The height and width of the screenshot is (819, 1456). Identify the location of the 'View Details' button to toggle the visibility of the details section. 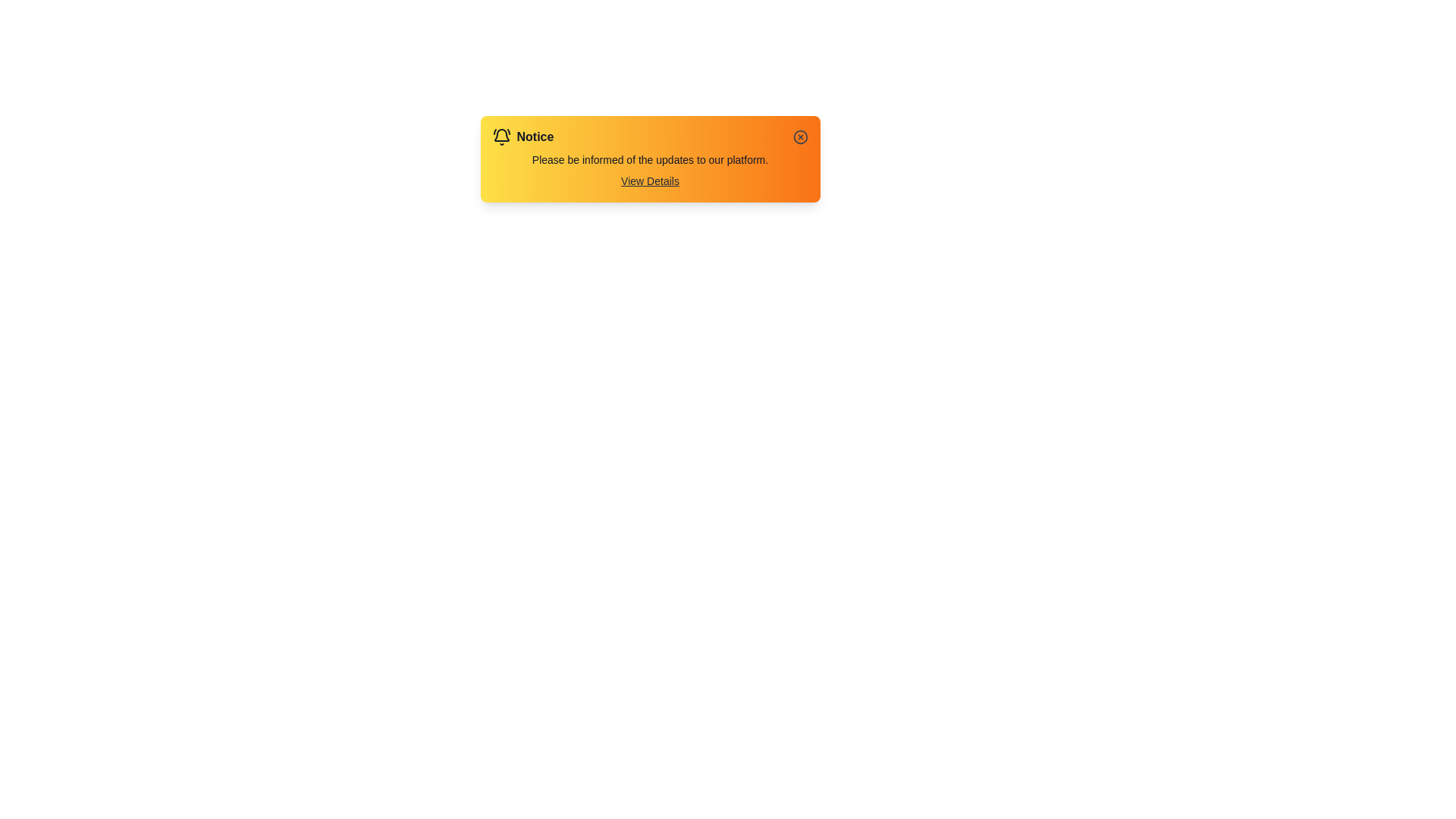
(650, 180).